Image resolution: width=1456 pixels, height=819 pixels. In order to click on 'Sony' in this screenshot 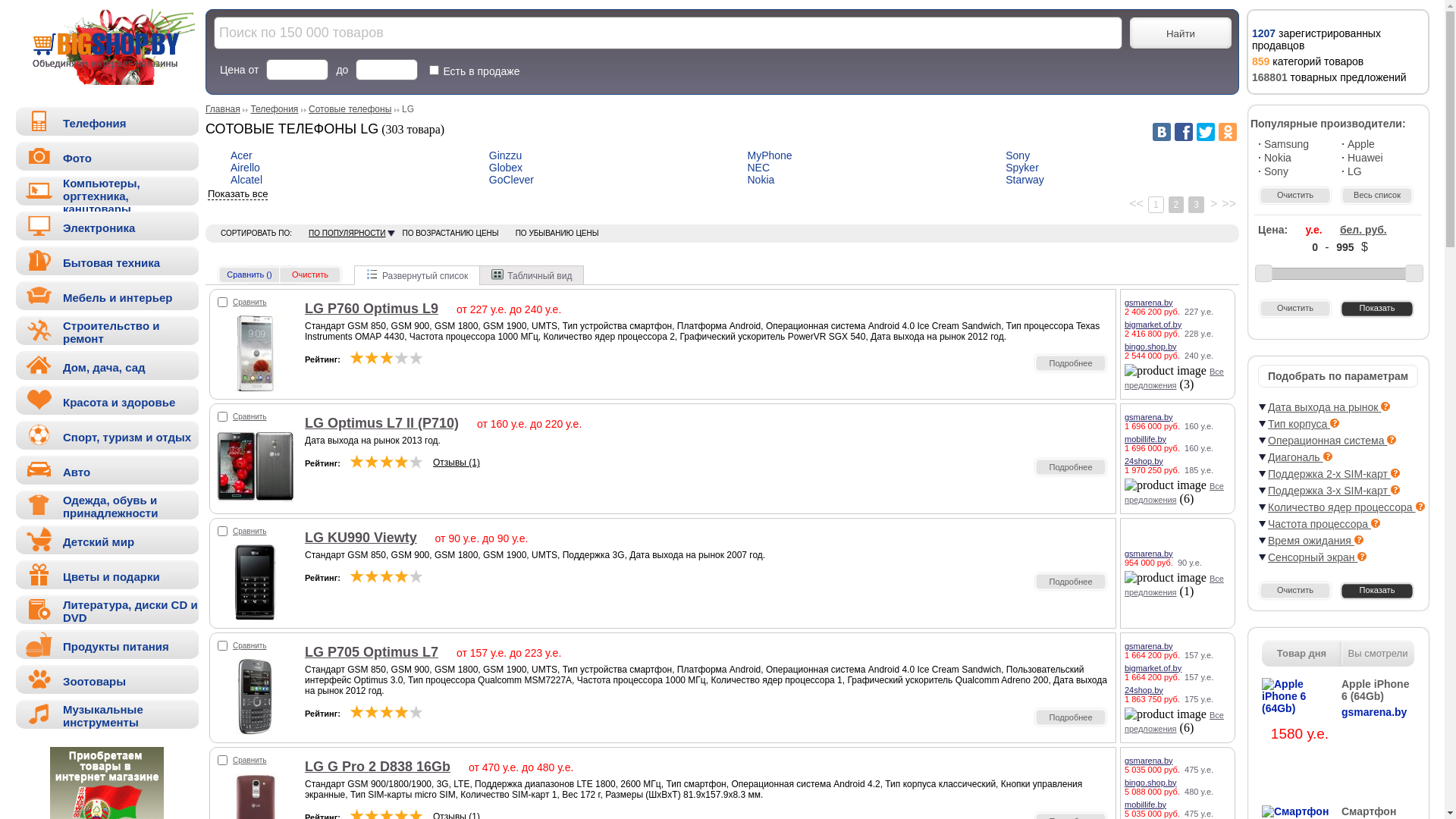, I will do `click(1294, 171)`.